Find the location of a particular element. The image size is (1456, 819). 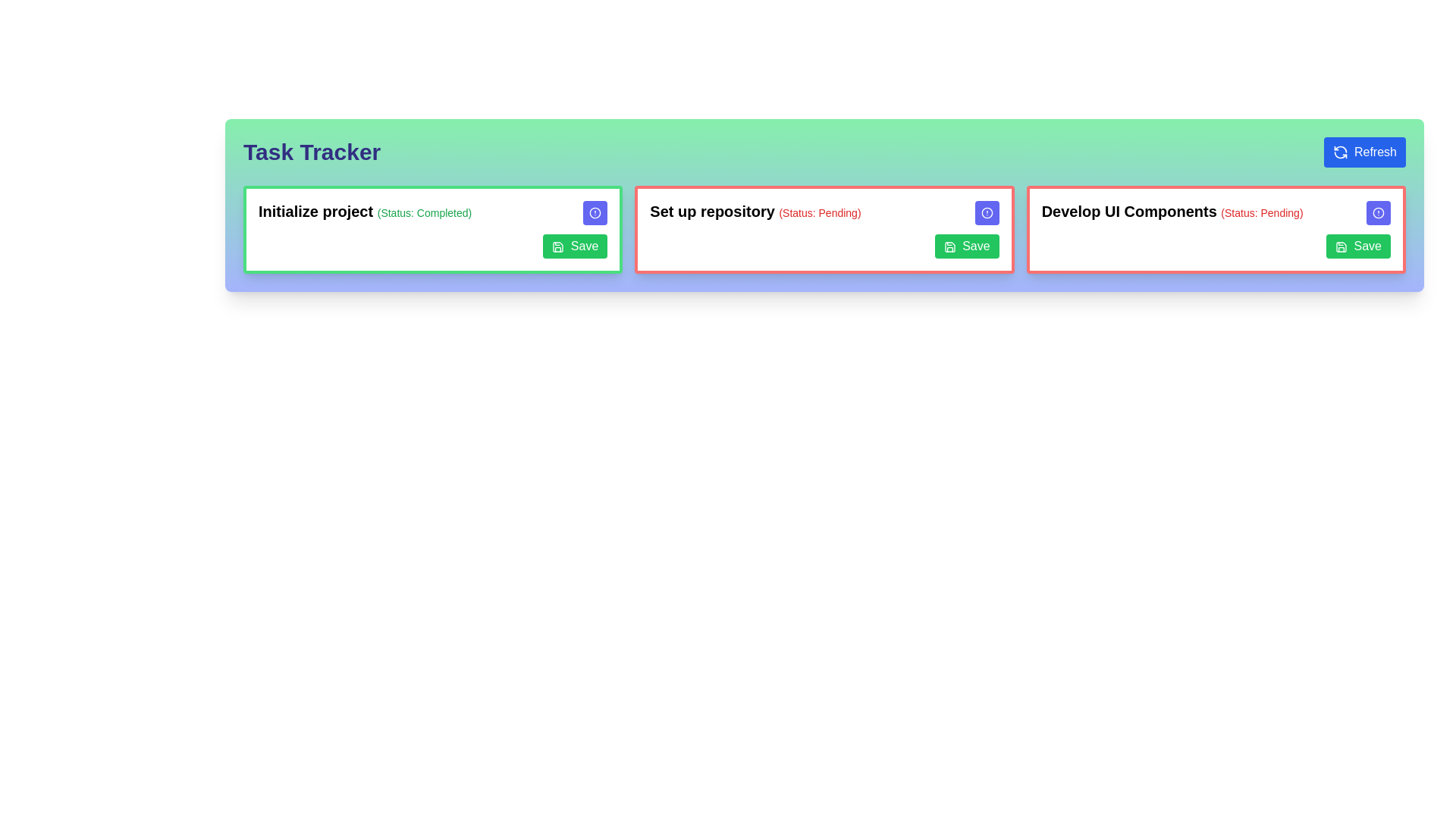

the filled circular element located at the center of the 'Set up repository' task card icon is located at coordinates (987, 213).